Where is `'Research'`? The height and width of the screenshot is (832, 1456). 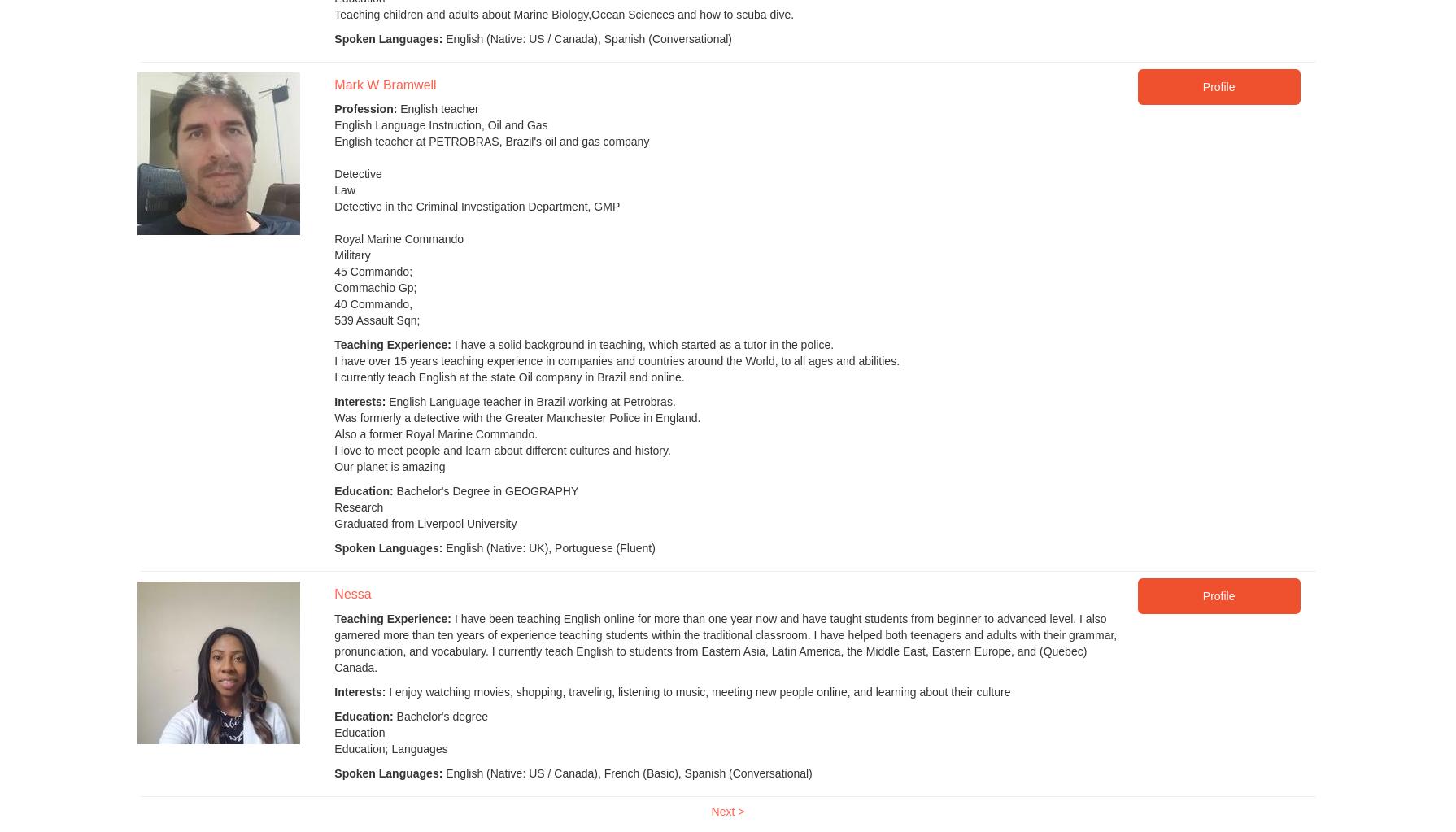
'Research' is located at coordinates (333, 507).